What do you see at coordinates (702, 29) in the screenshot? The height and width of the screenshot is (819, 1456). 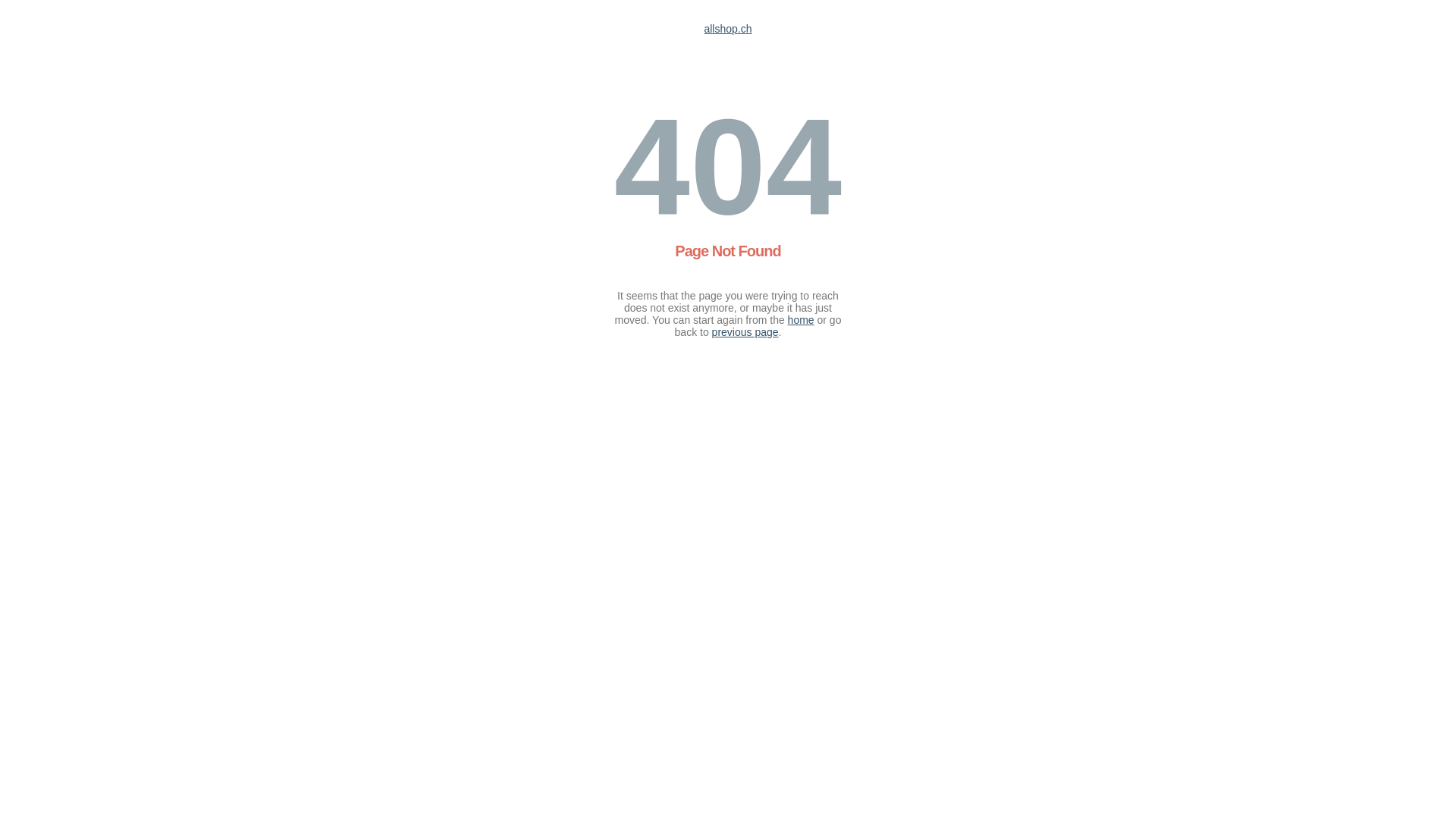 I see `'allshop.ch'` at bounding box center [702, 29].